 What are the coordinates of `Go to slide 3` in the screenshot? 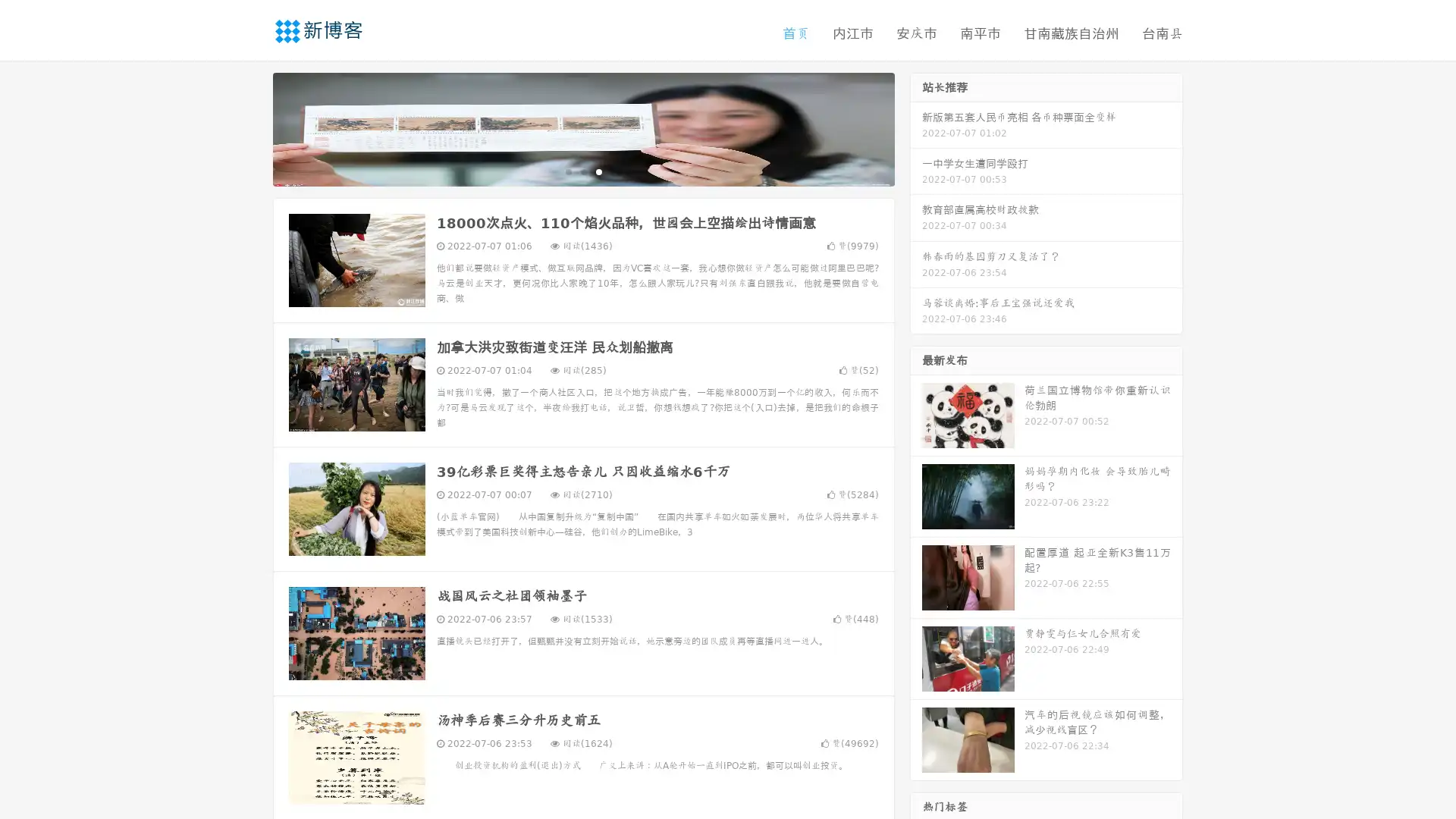 It's located at (598, 171).